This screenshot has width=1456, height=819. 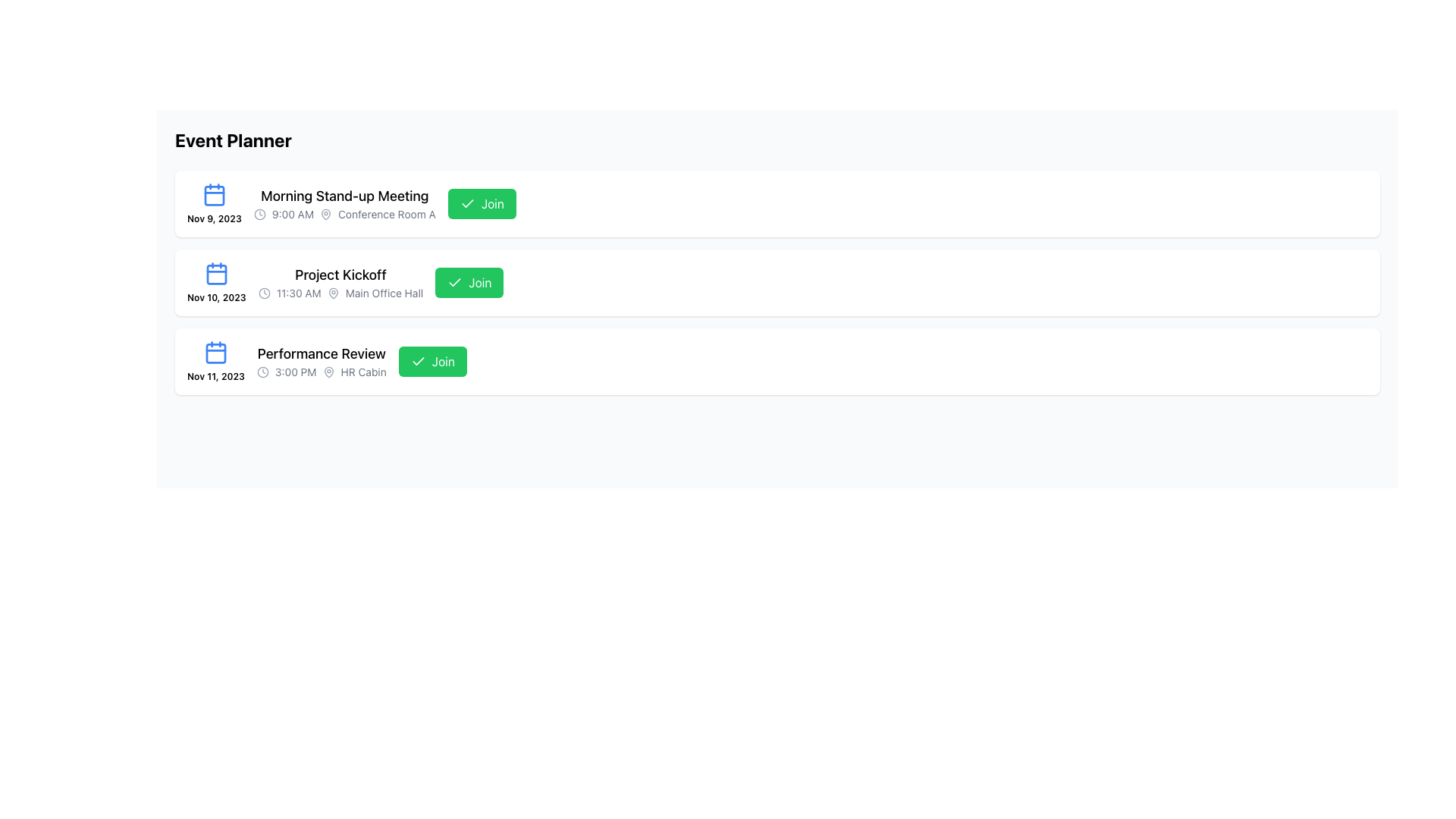 I want to click on information provided in the Text with Icons element located directly below the 'Morning Stand-up Meeting' text, which contains details about the scheduled time and location for a meeting or event, so click(x=344, y=214).